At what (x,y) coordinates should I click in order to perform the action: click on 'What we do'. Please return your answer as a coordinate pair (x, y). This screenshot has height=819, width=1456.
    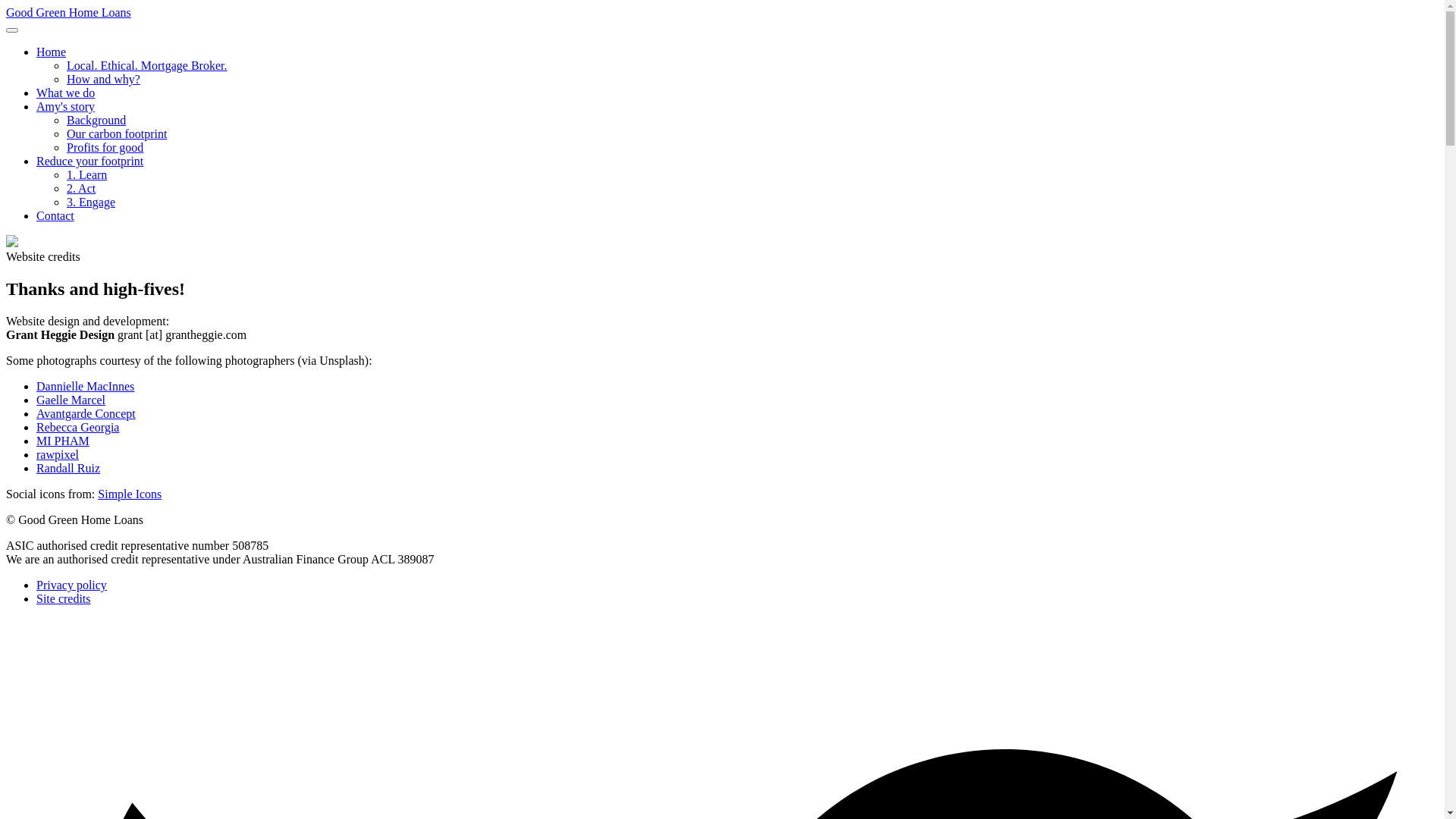
    Looking at the image, I should click on (64, 93).